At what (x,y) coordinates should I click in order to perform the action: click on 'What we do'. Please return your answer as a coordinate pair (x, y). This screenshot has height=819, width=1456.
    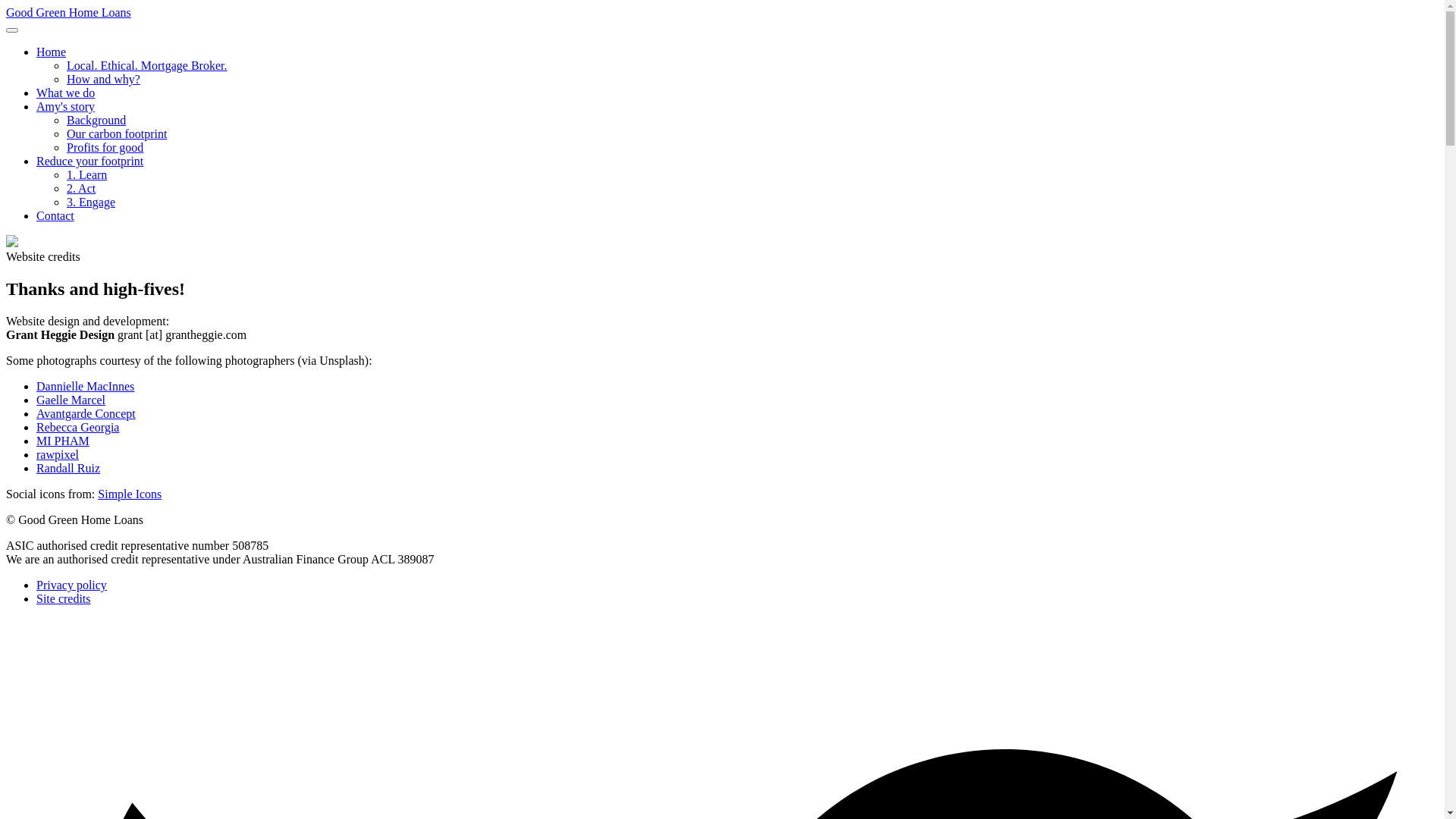
    Looking at the image, I should click on (64, 93).